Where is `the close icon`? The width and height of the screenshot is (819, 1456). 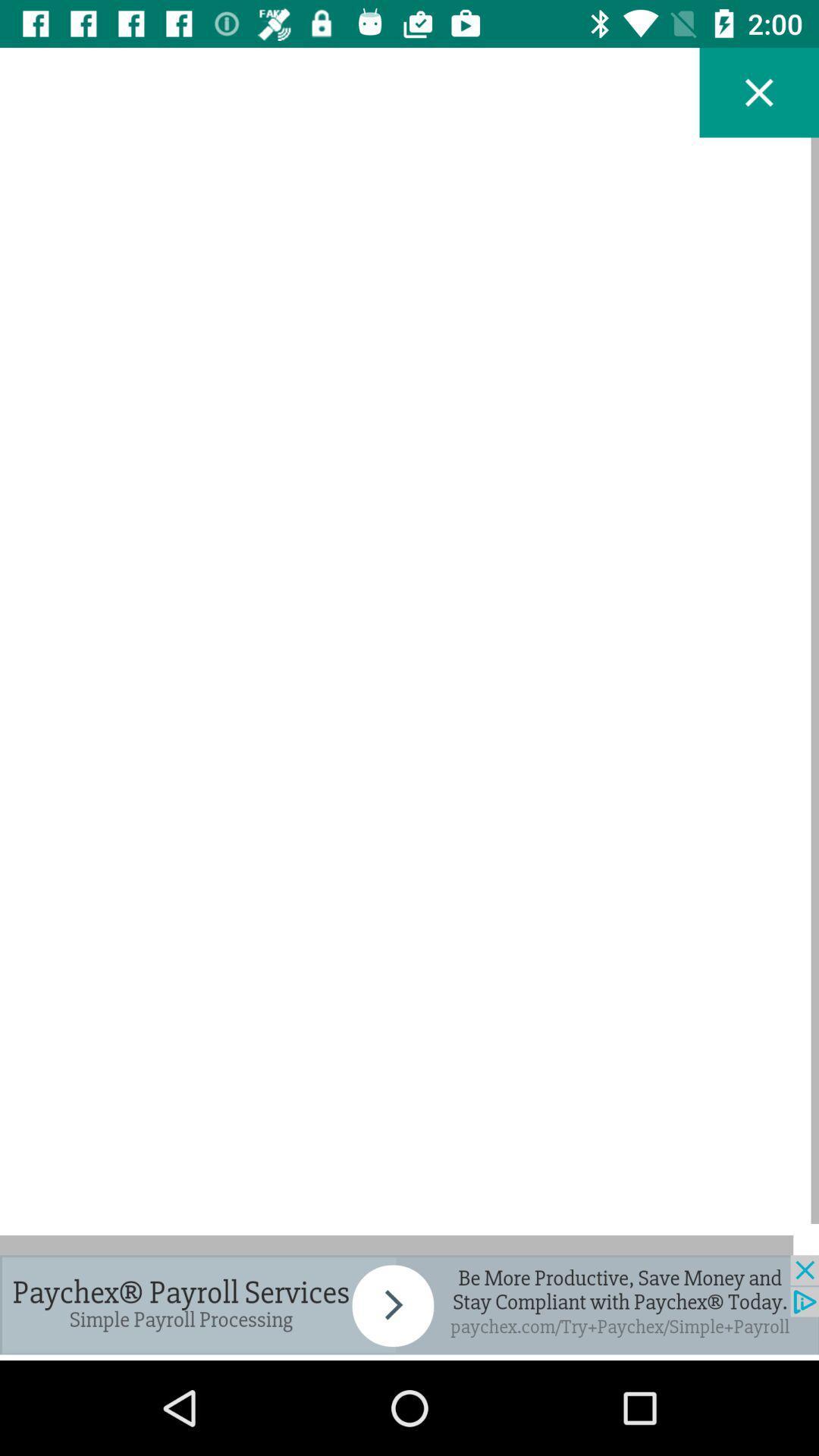
the close icon is located at coordinates (759, 92).